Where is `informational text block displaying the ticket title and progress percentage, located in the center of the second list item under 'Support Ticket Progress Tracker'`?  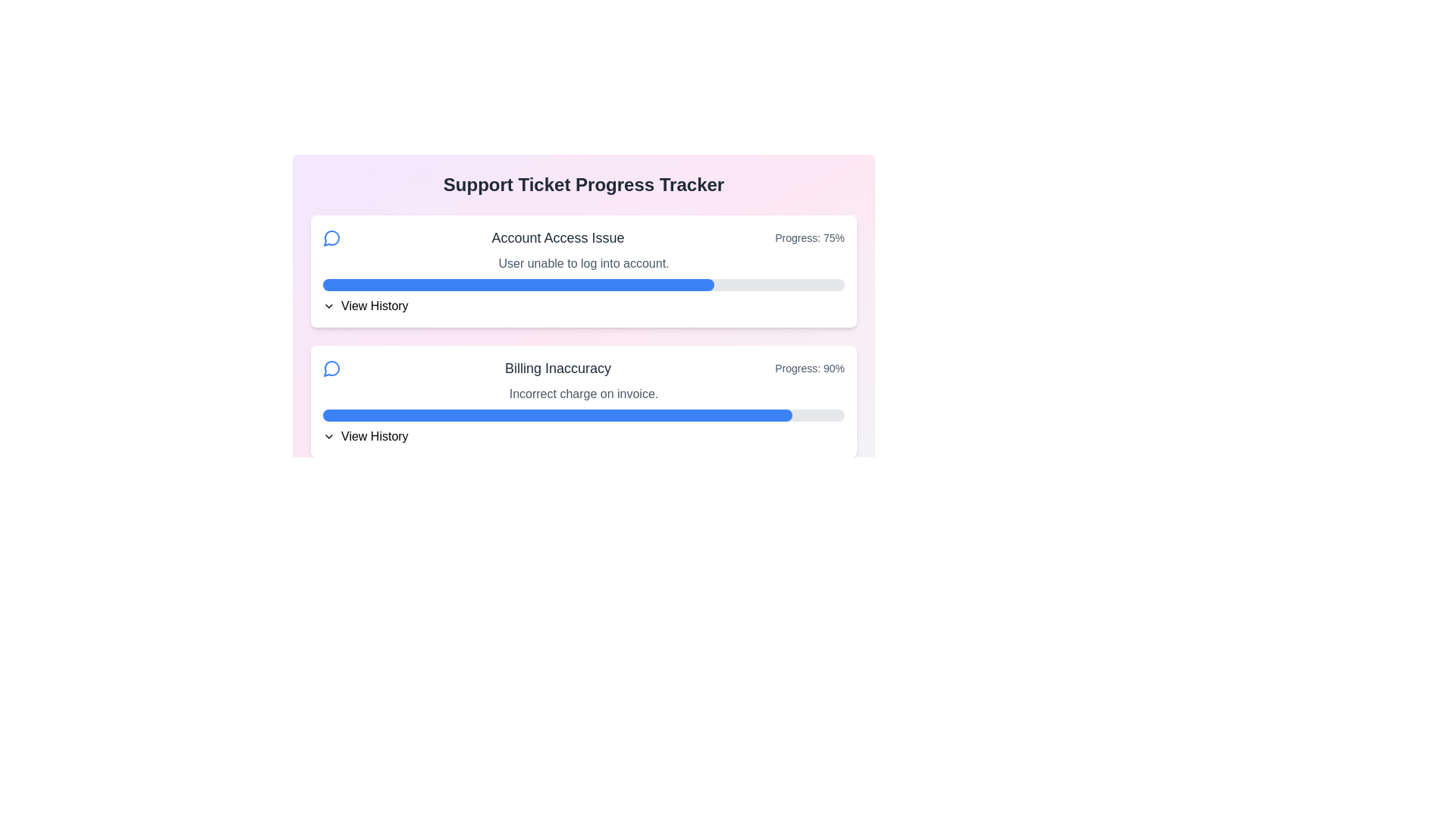 informational text block displaying the ticket title and progress percentage, located in the center of the second list item under 'Support Ticket Progress Tracker' is located at coordinates (582, 369).